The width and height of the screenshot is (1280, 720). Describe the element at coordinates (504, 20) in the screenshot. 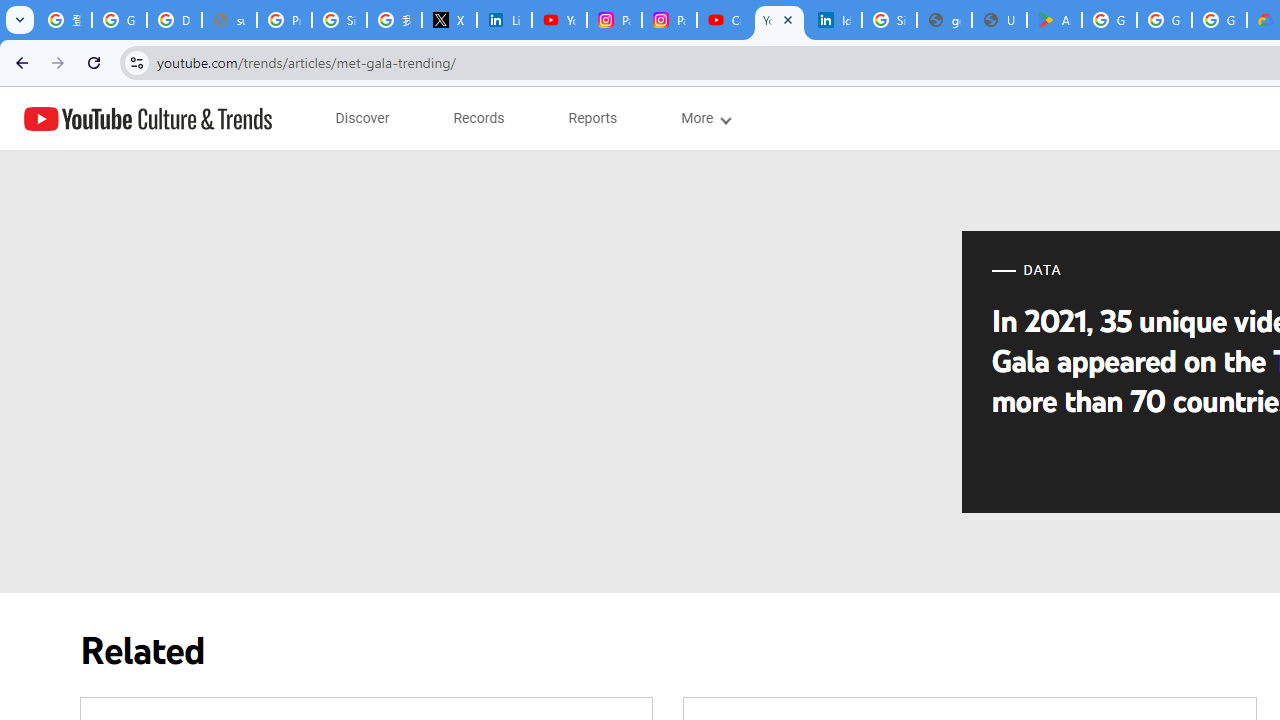

I see `'LinkedIn Privacy Policy'` at that location.